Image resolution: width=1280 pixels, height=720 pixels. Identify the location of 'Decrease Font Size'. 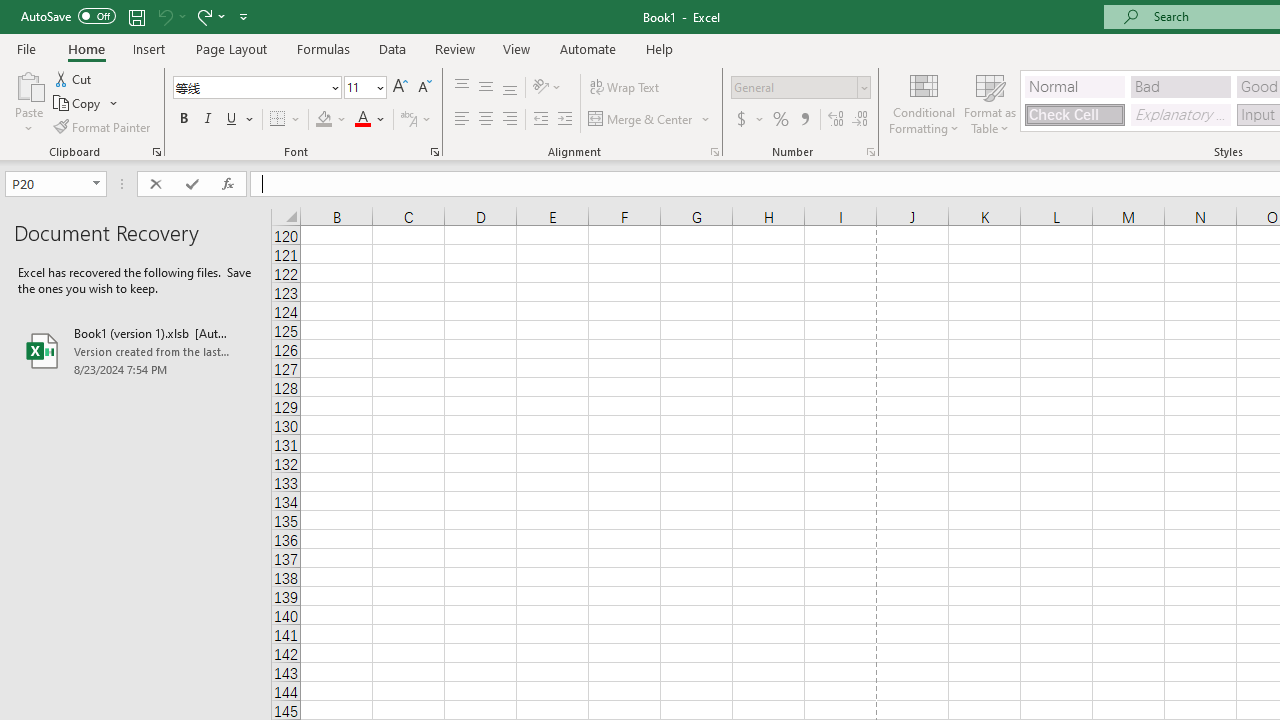
(423, 86).